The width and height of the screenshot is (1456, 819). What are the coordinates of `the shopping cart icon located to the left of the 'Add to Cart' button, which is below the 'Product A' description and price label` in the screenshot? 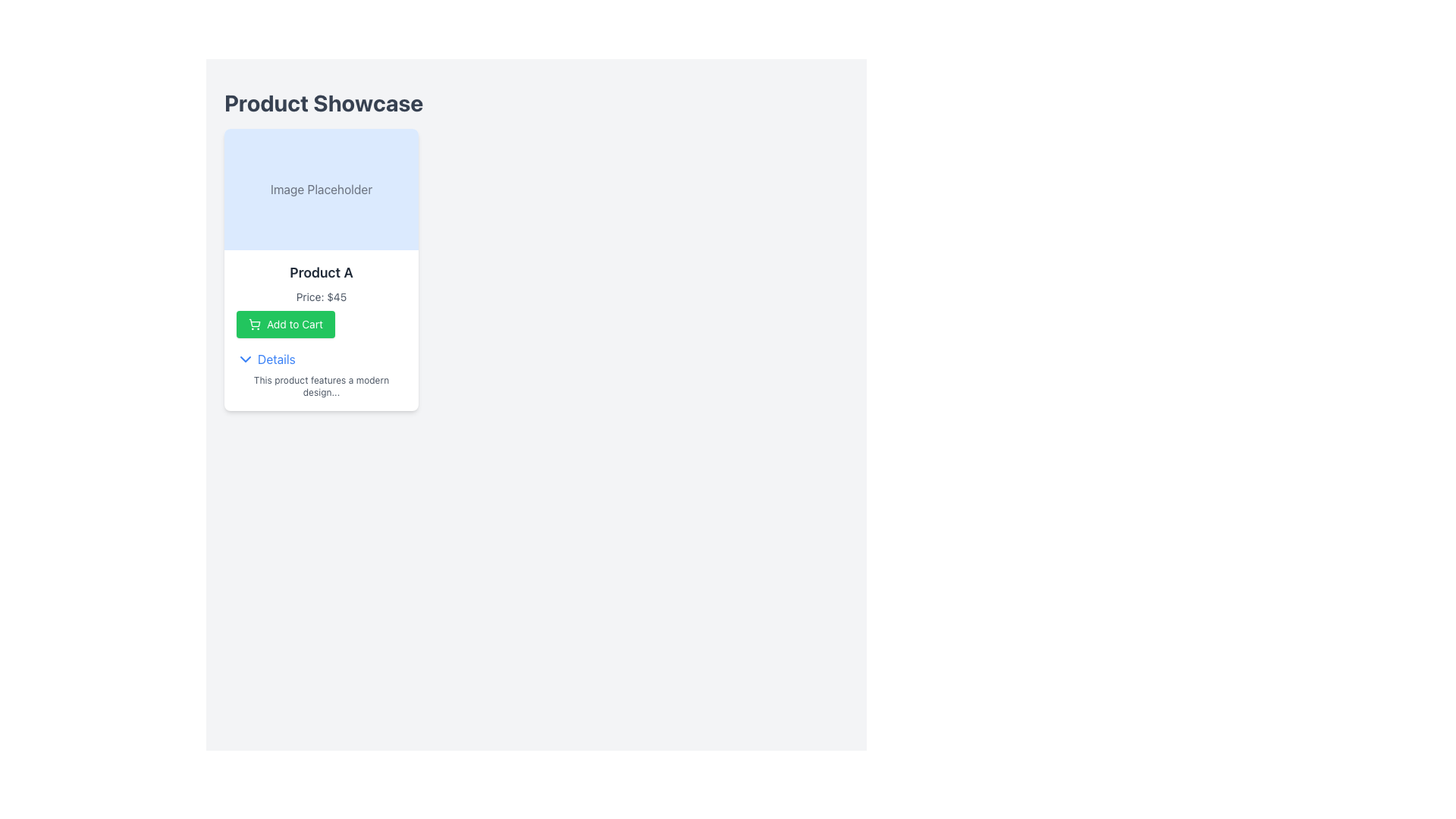 It's located at (255, 324).